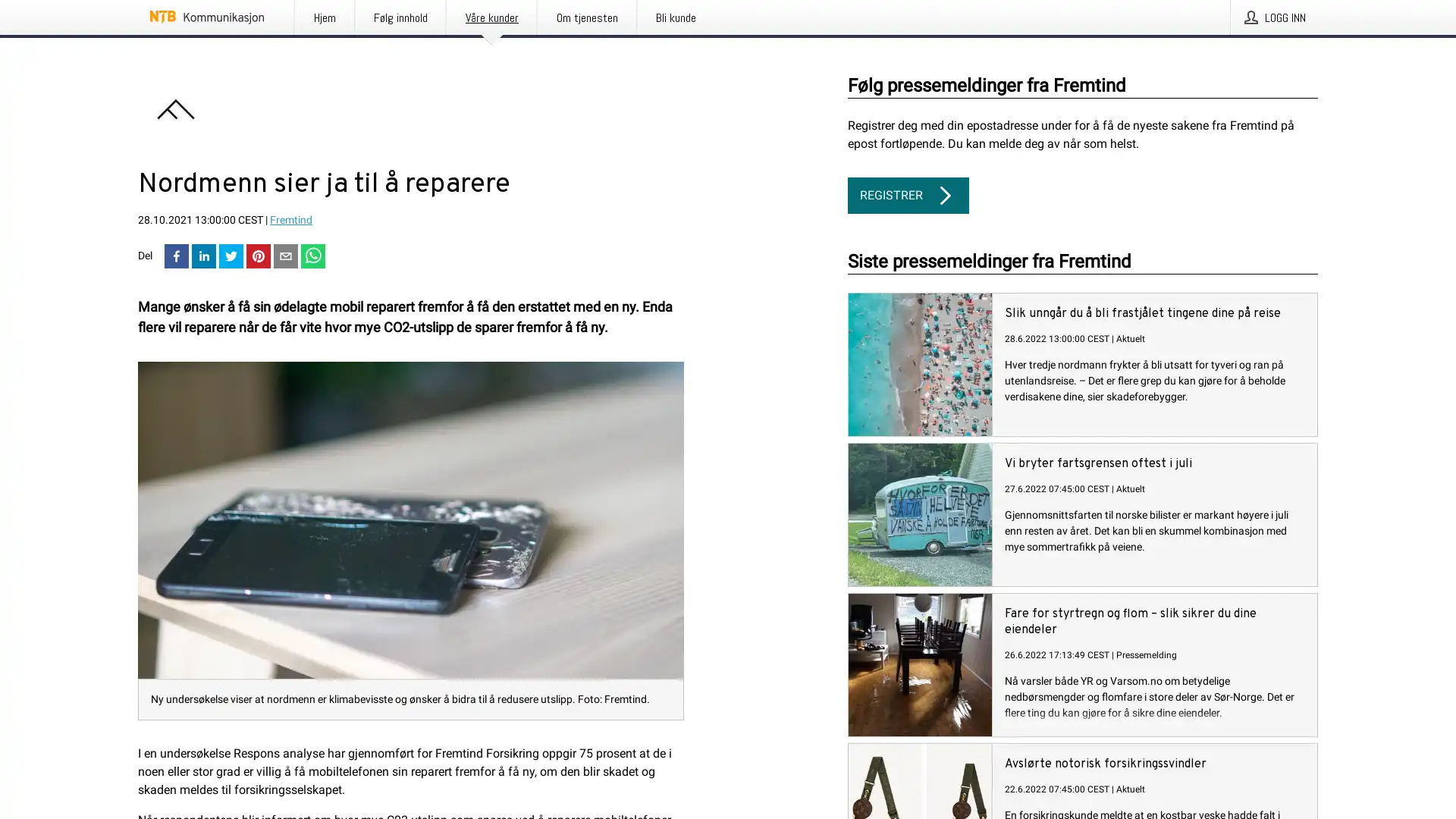 This screenshot has height=819, width=1456. I want to click on twitter, so click(231, 256).